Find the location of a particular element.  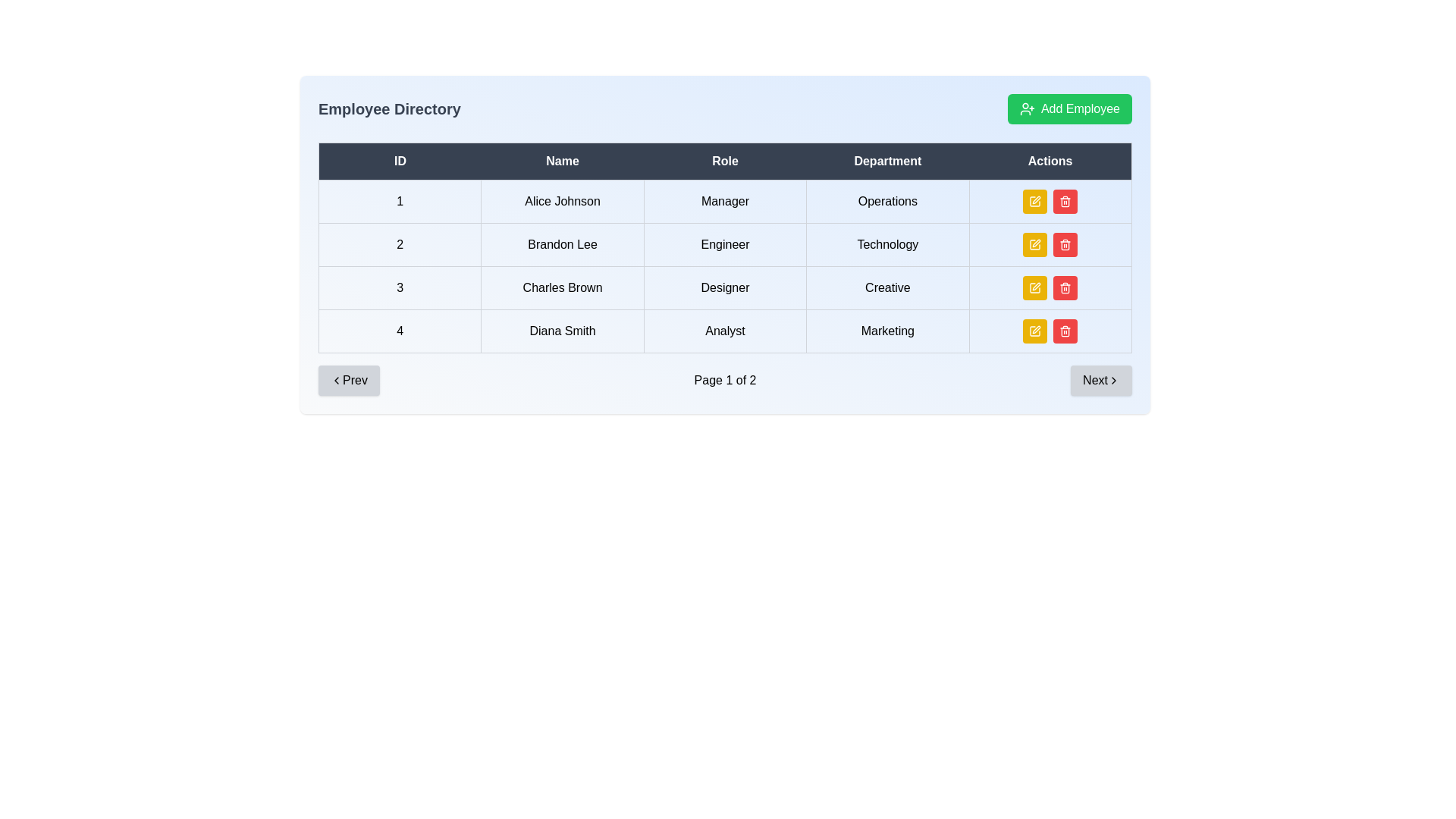

the ID cell for employee 'Charles Brown' located in the third row and first column of the table is located at coordinates (400, 288).